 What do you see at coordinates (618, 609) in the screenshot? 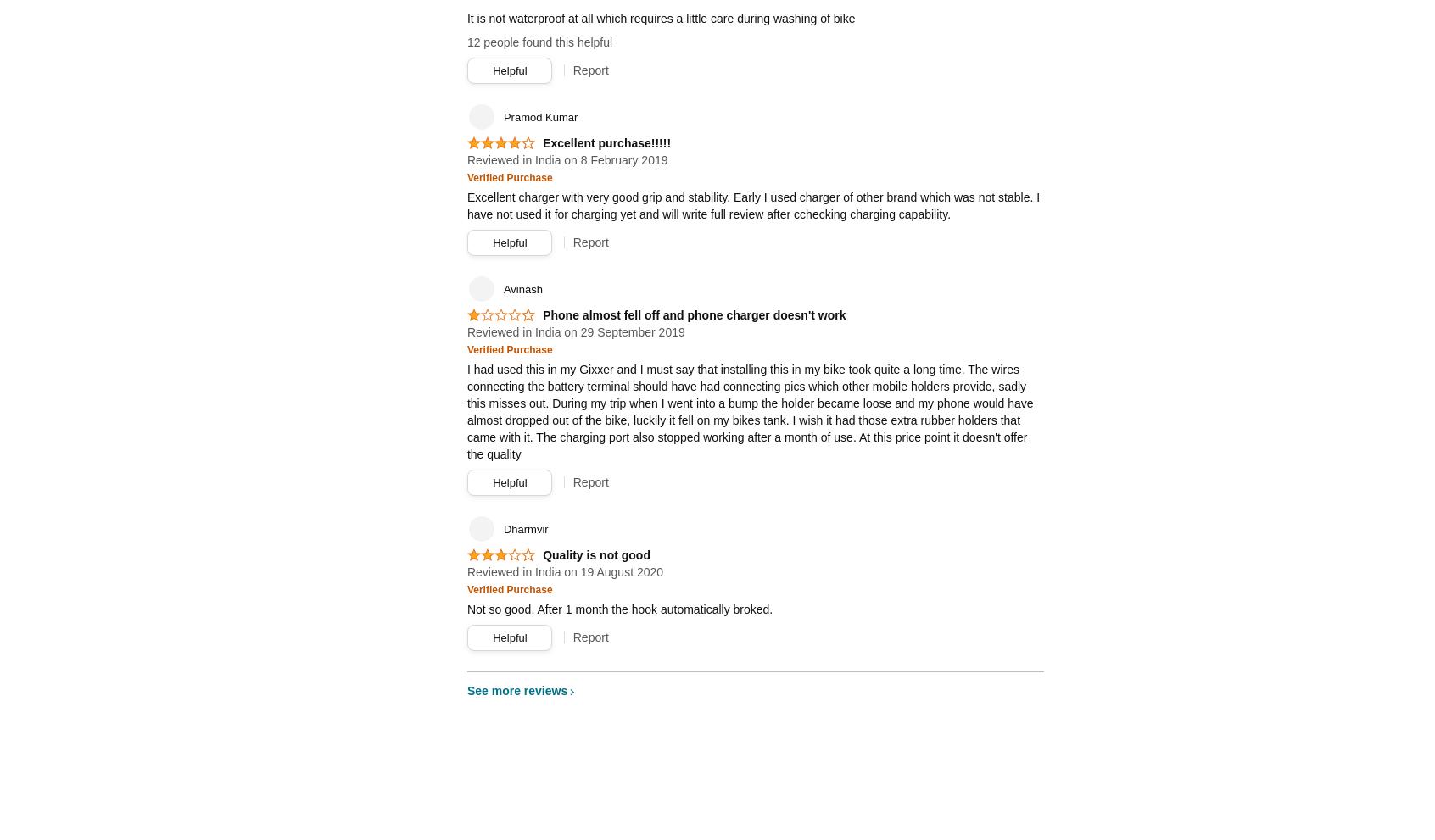
I see `'Not so good. After 1 month the hook automatically broked.'` at bounding box center [618, 609].